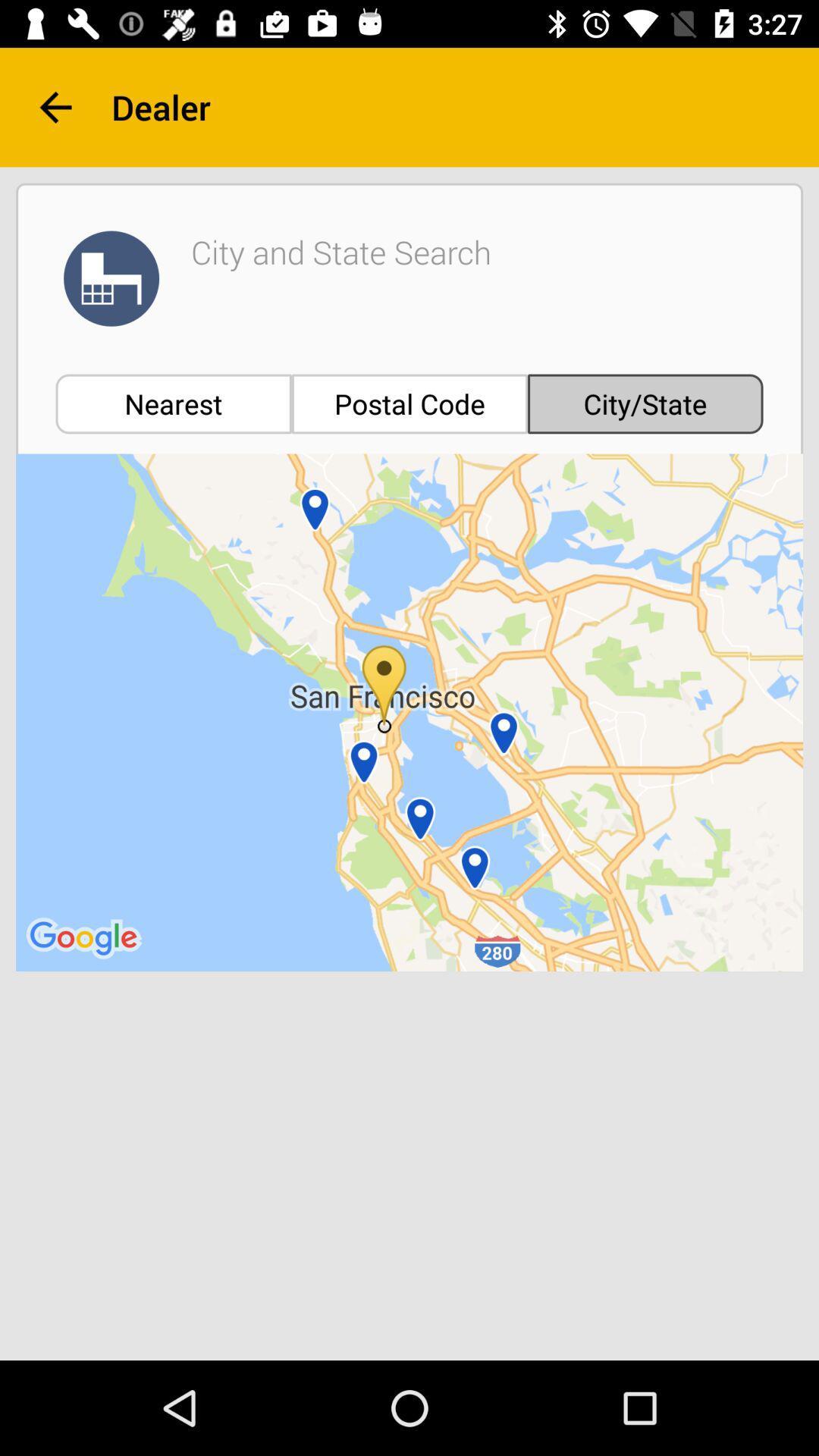 The width and height of the screenshot is (819, 1456). What do you see at coordinates (409, 403) in the screenshot?
I see `the item to the left of city/state item` at bounding box center [409, 403].